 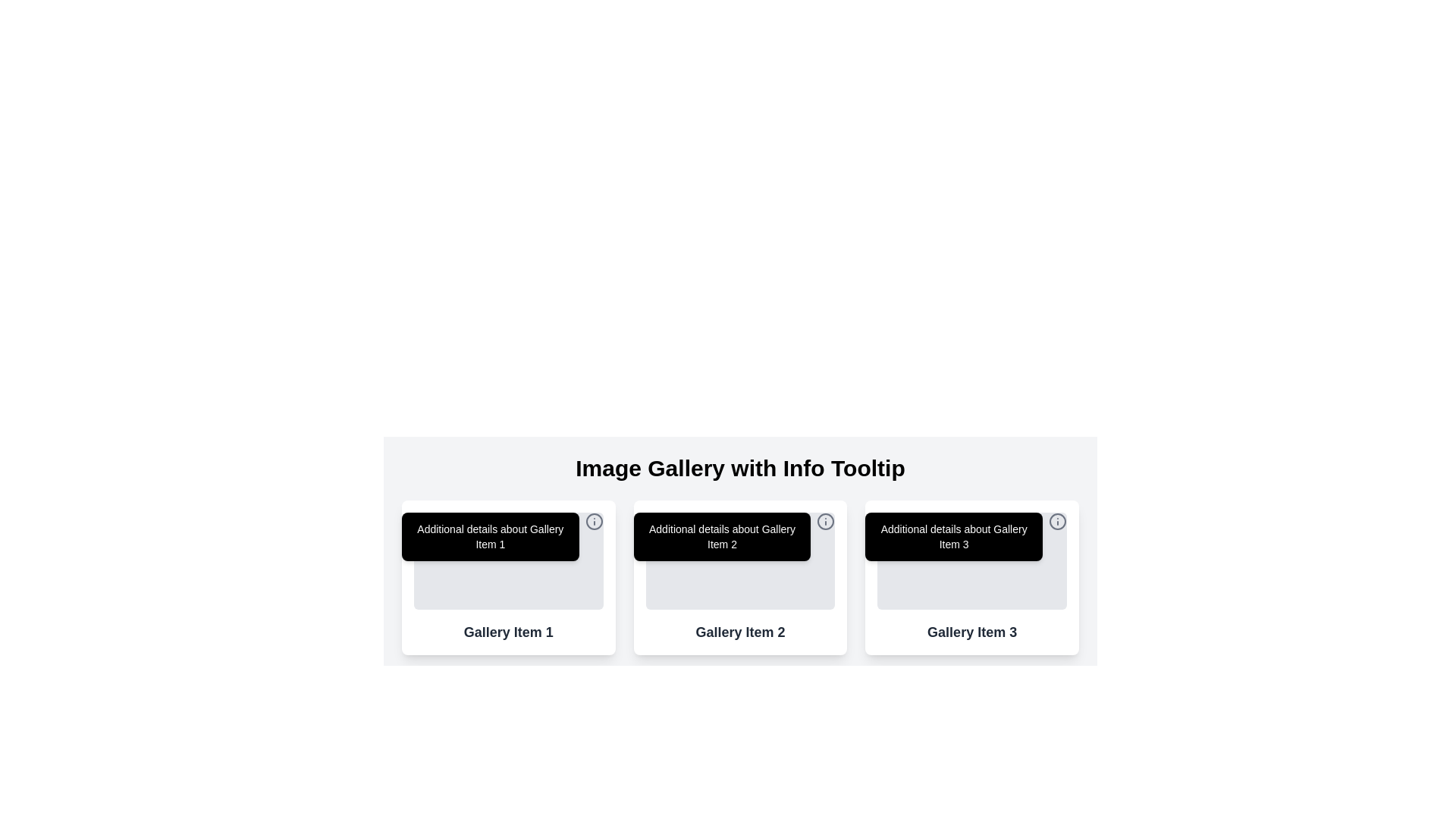 I want to click on text from the Text Label that identifies the content as 'Gallery Item 2', located below the image placeholder in the second card of a three-item horizontal image gallery layout, so click(x=740, y=632).